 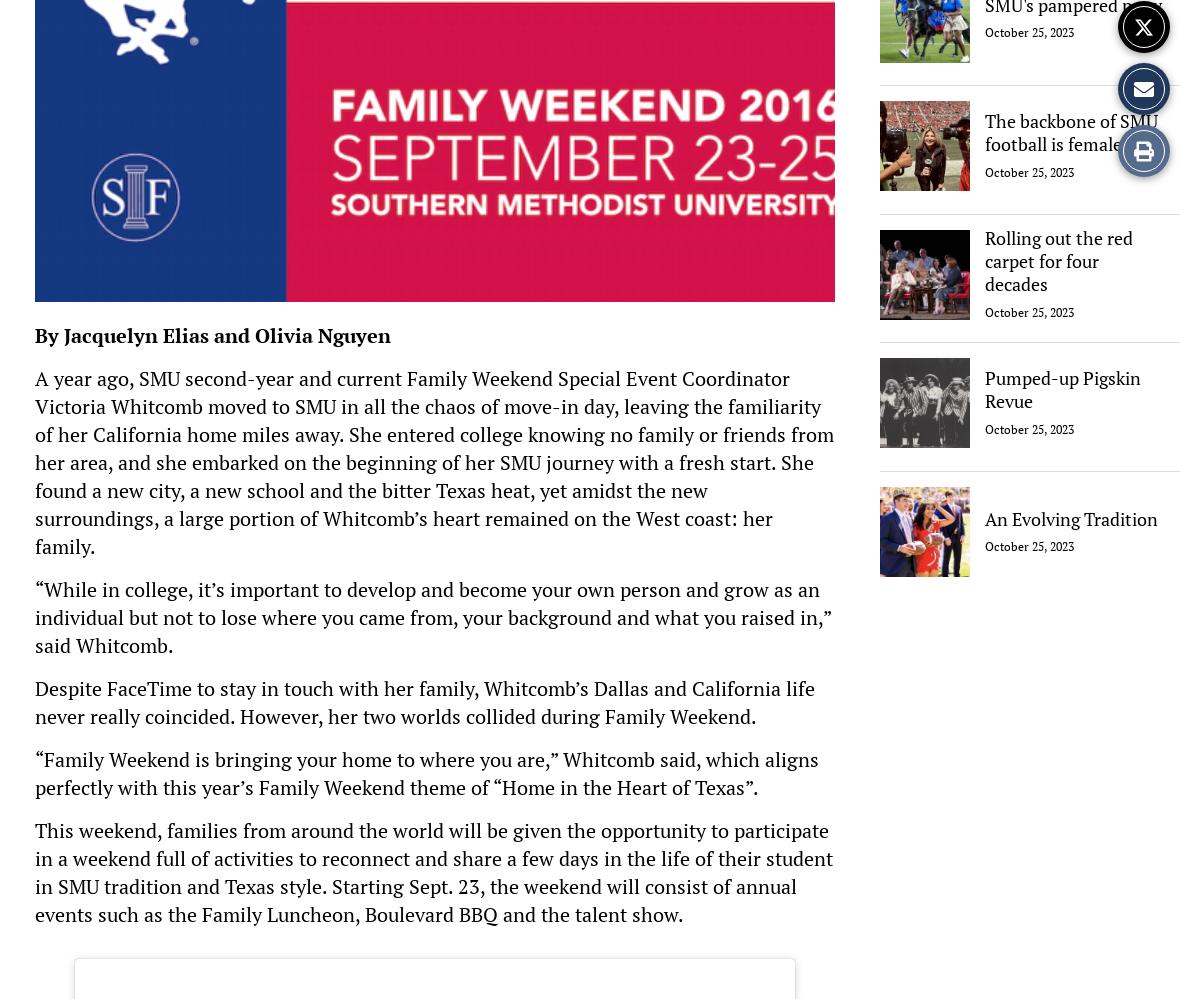 What do you see at coordinates (34, 871) in the screenshot?
I see `'This weekend, families from around the world will be given the opportunity to participate in a weekend full of activities to reconnect and share a few days in the life of their student in SMU tradition and Texas style. Starting Sept. 23, the weekend will consist of annual events such as the Family Luncheon, Boulevard BBQ and the talent show.'` at bounding box center [34, 871].